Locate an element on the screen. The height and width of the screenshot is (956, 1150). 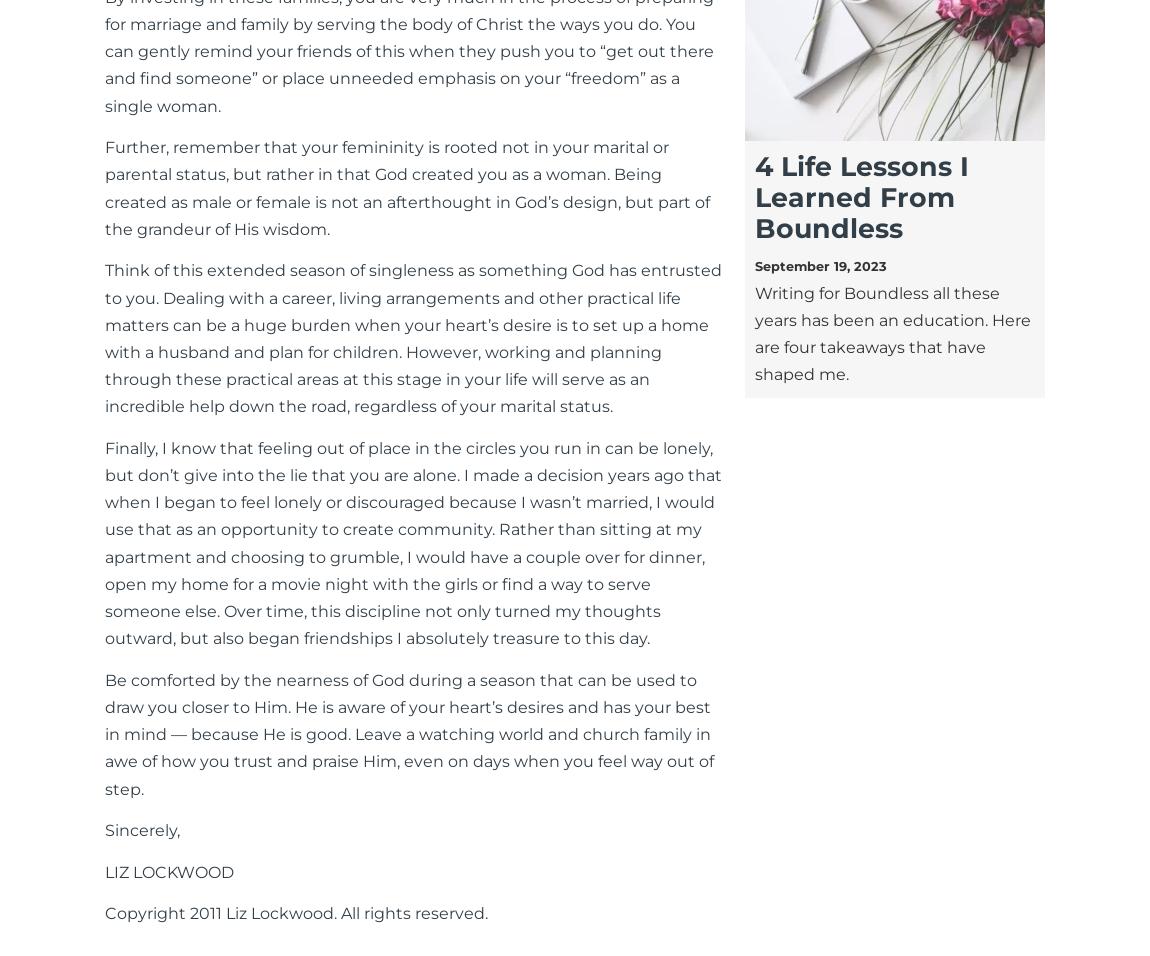
'September 19, 2023' is located at coordinates (818, 264).